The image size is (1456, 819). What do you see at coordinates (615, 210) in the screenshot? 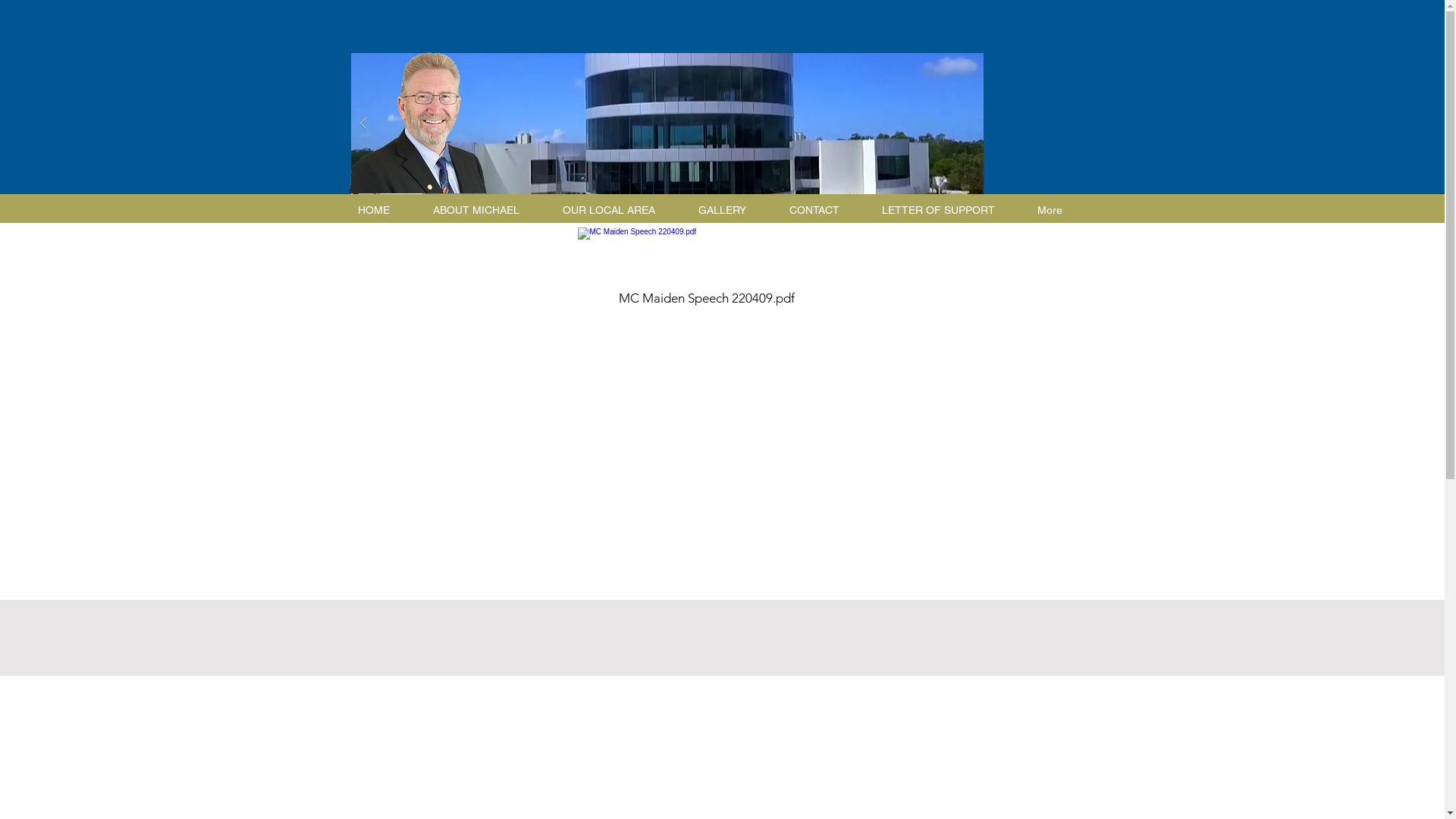
I see `'OUR LOCAL AREA'` at bounding box center [615, 210].